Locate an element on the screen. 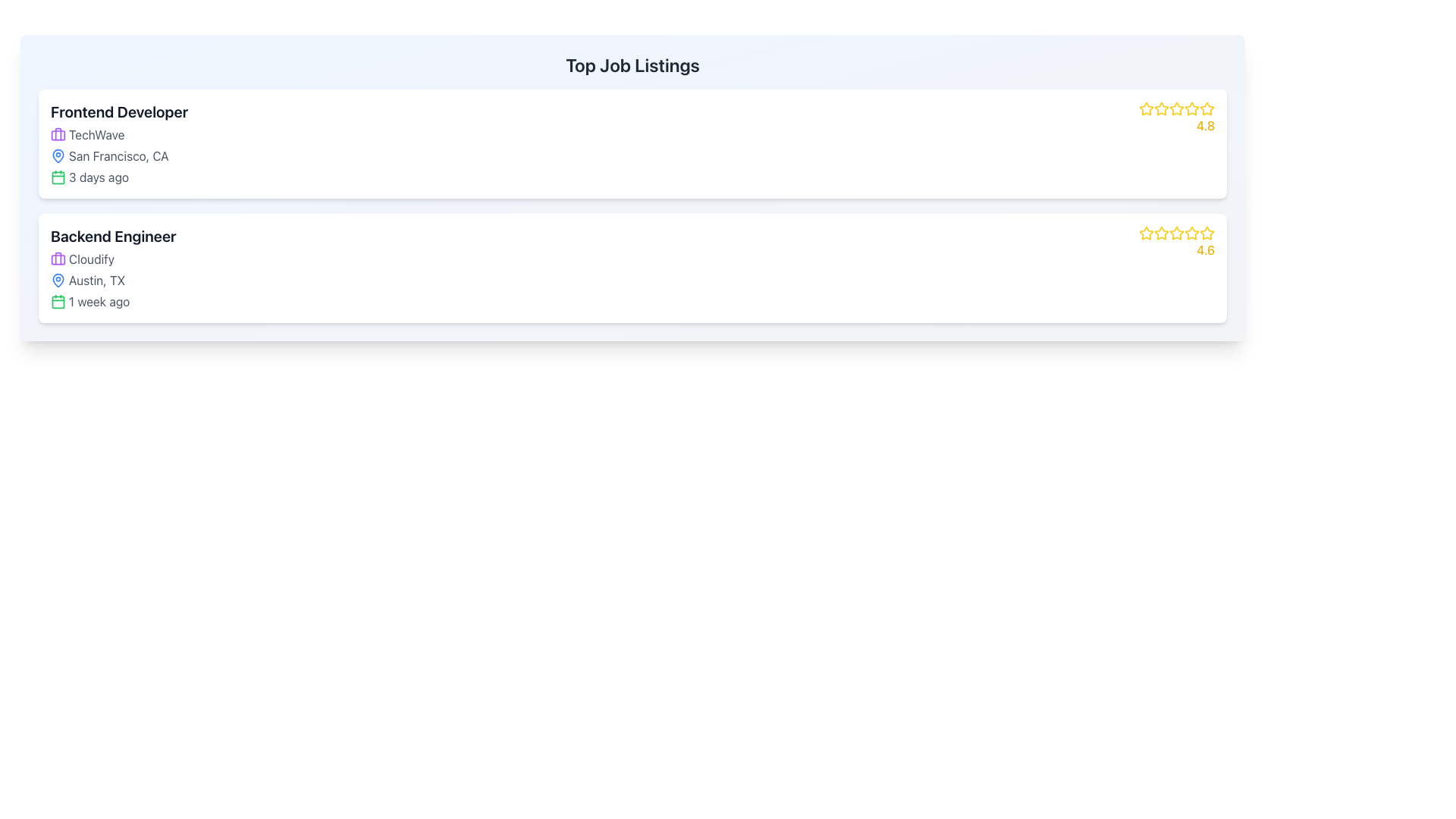 The width and height of the screenshot is (1456, 819). information provided by the Text with Icon element that indicates when the job posting for 'Backend Engineer' was created or last updated, positioned below 'Austin, TX' and aligned with a calendar icon is located at coordinates (112, 301).